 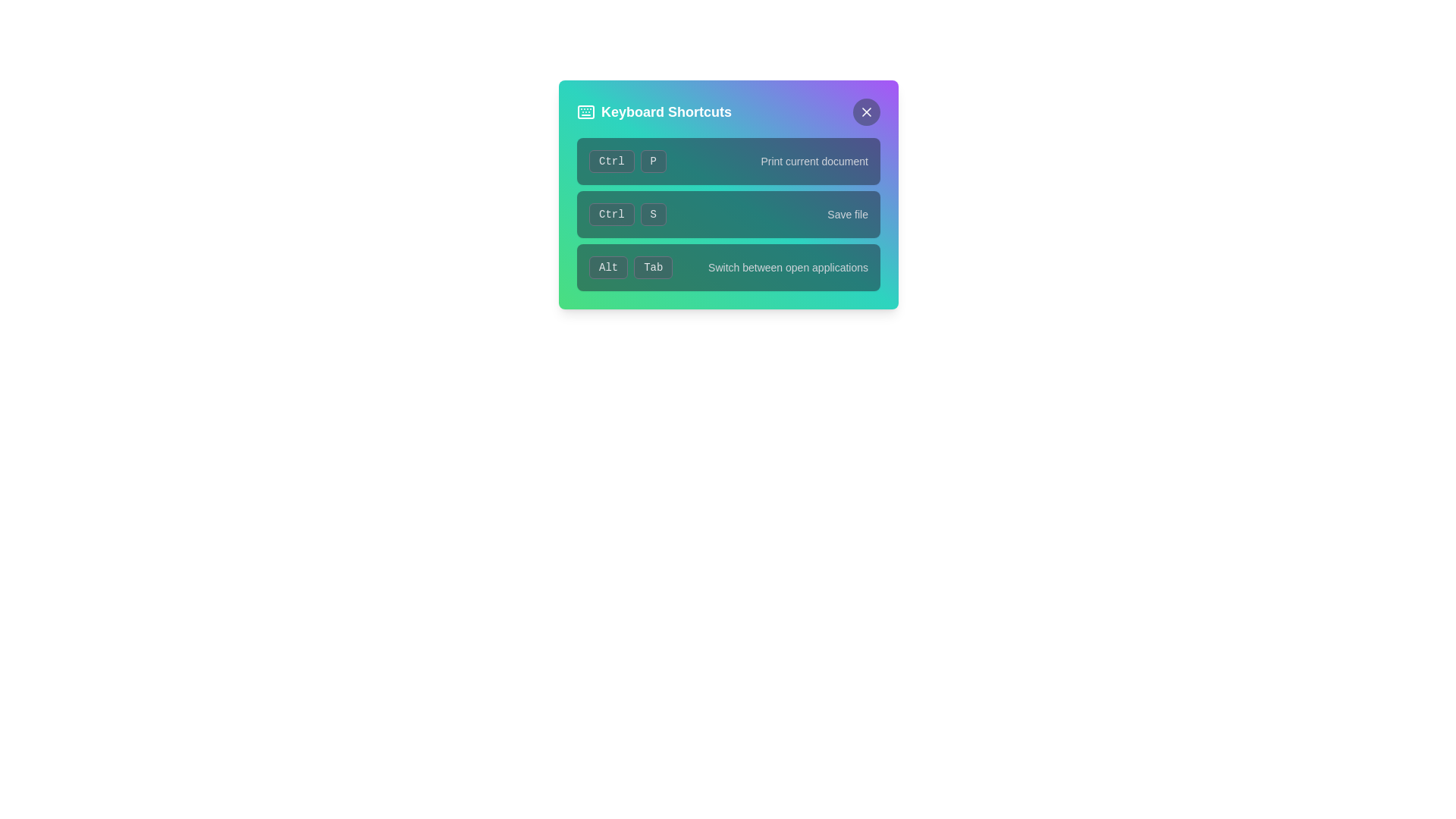 What do you see at coordinates (728, 161) in the screenshot?
I see `the Keyboard shortcut instruction entry labeled 'Ctrl + P' which indicates the action 'Print current document' in the 'Keyboard Shortcuts' dialog` at bounding box center [728, 161].